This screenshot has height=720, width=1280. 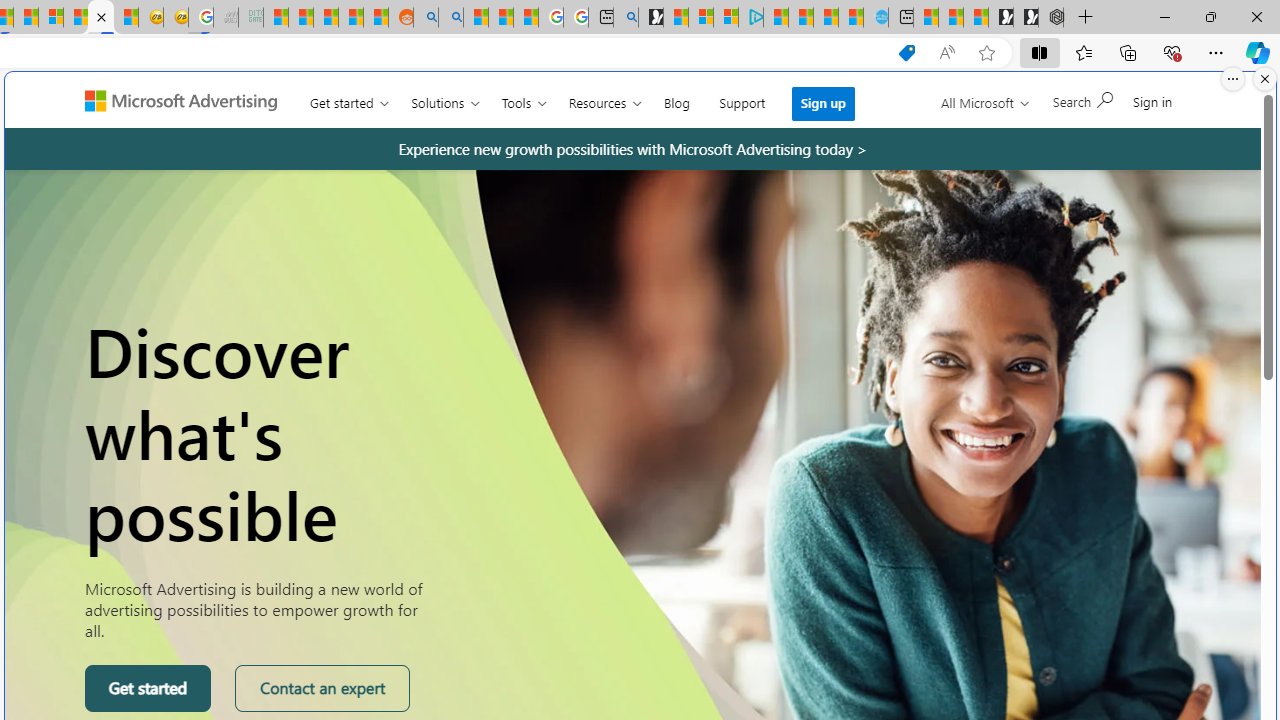 I want to click on 'Support', so click(x=742, y=99).